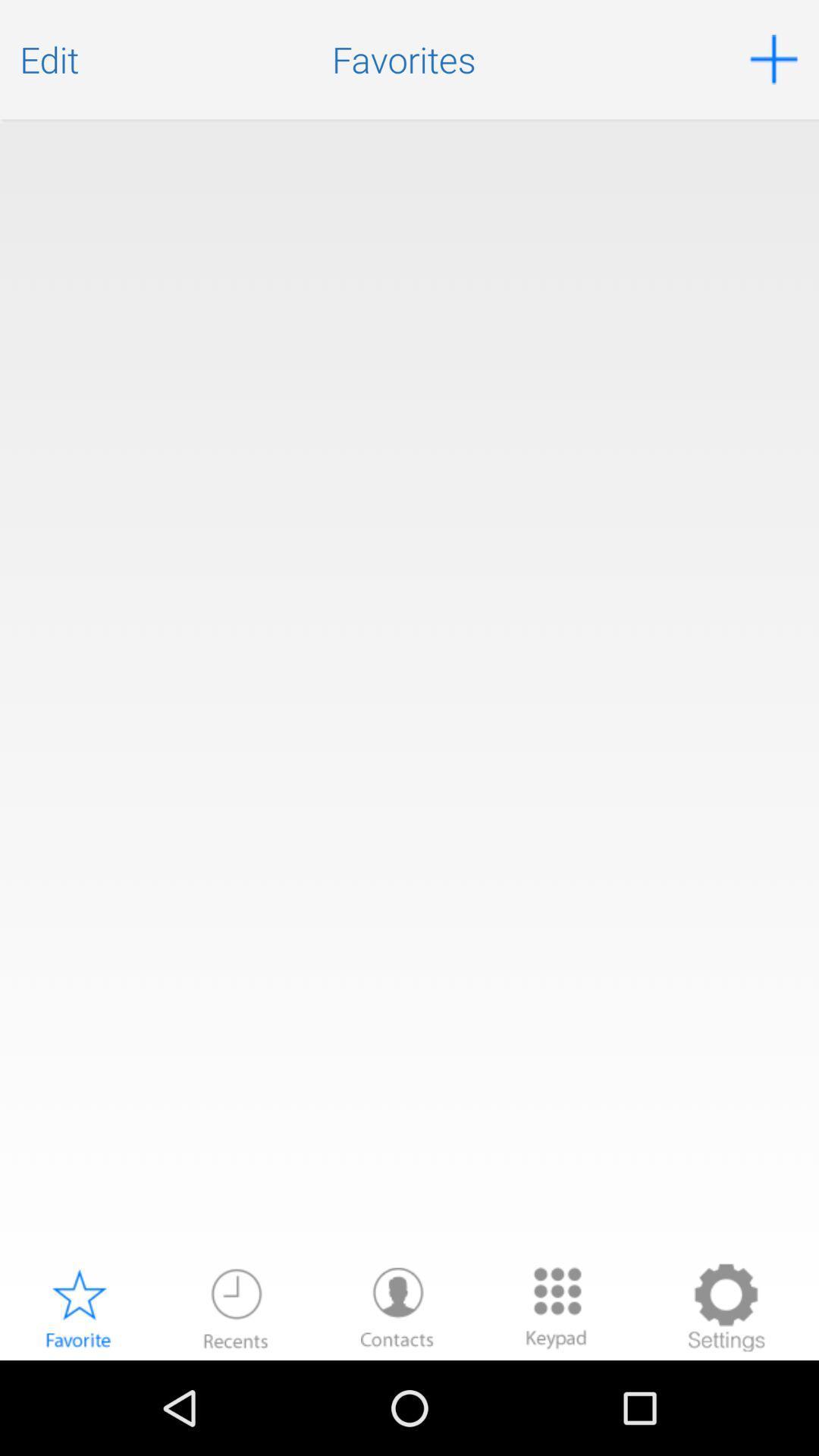  Describe the element at coordinates (409, 689) in the screenshot. I see `favorites list` at that location.